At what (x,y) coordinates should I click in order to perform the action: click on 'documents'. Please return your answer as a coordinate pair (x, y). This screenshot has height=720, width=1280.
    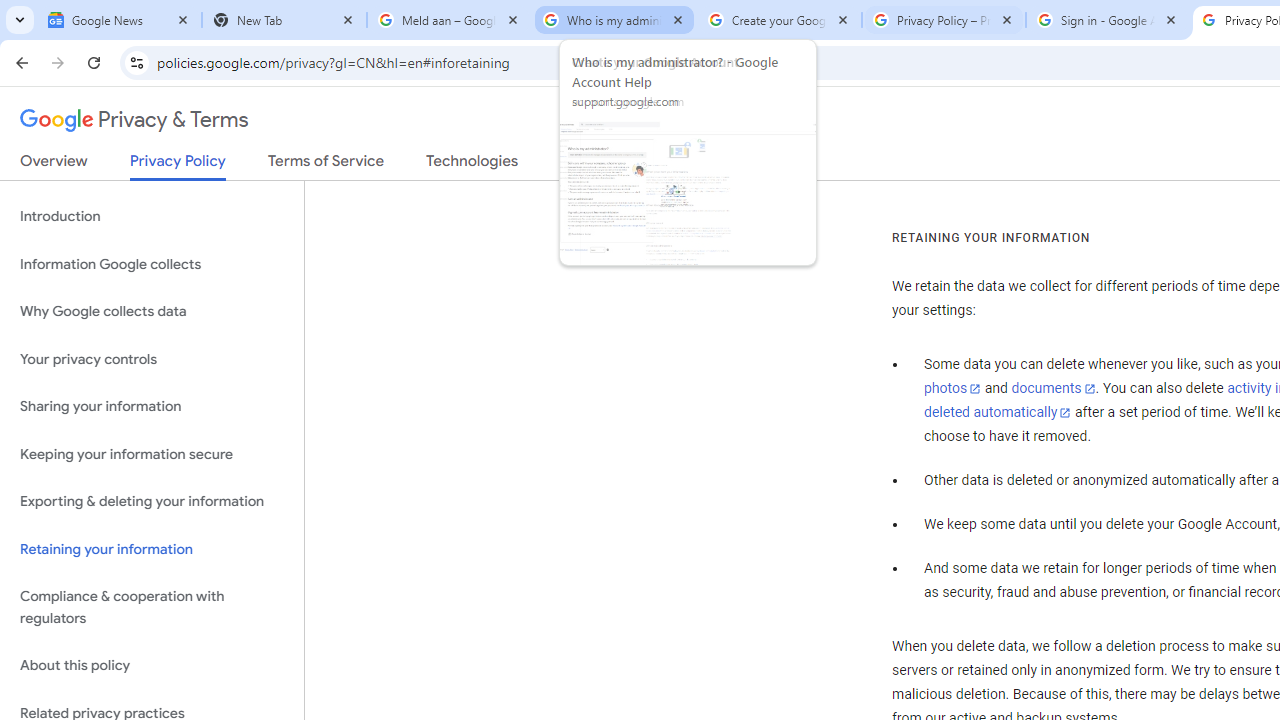
    Looking at the image, I should click on (1052, 389).